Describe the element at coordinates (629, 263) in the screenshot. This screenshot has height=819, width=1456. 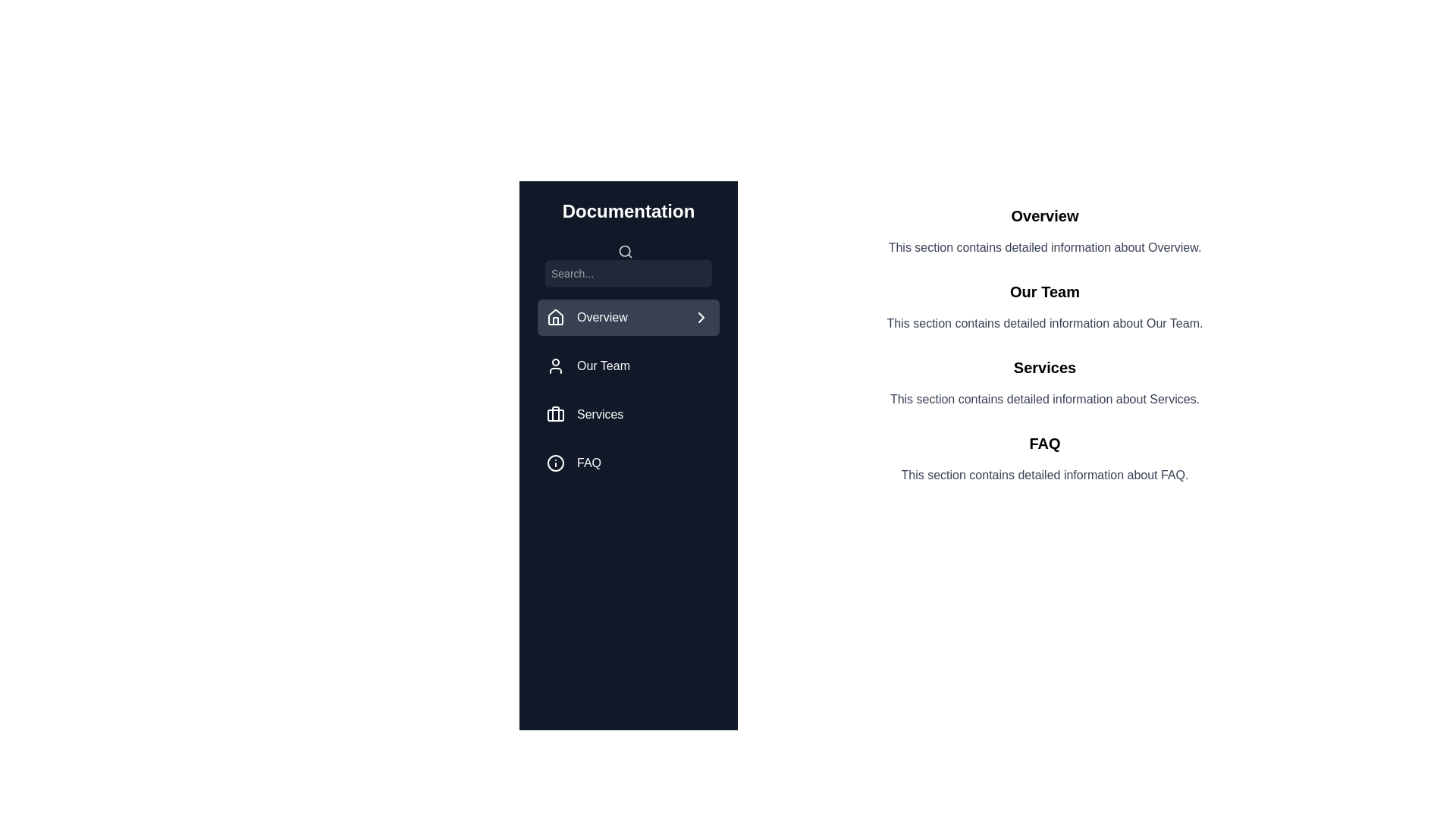
I see `the search icon located in the text input field for search queries, positioned below the 'Documentation' header` at that location.